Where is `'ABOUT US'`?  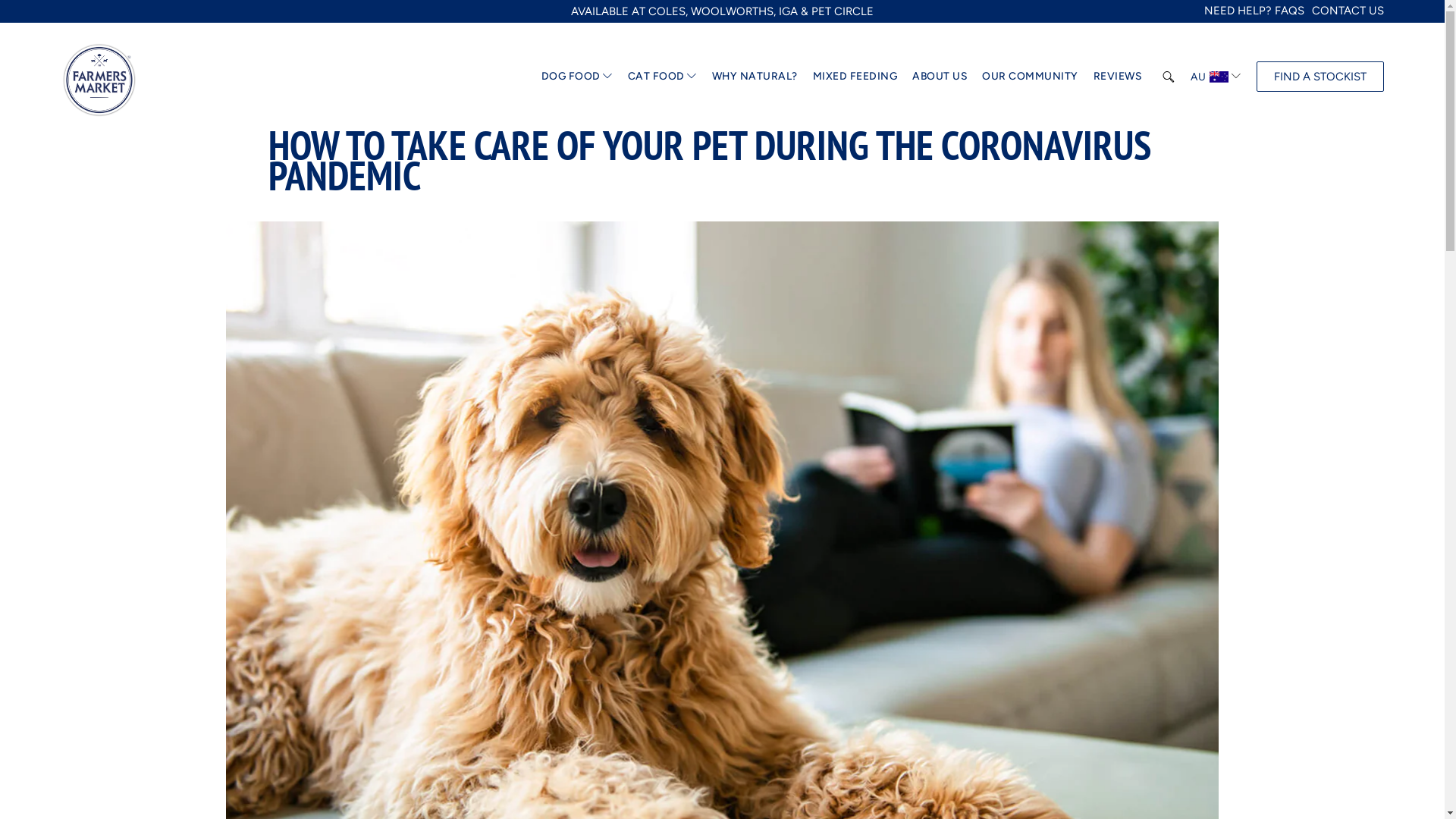
'ABOUT US' is located at coordinates (938, 76).